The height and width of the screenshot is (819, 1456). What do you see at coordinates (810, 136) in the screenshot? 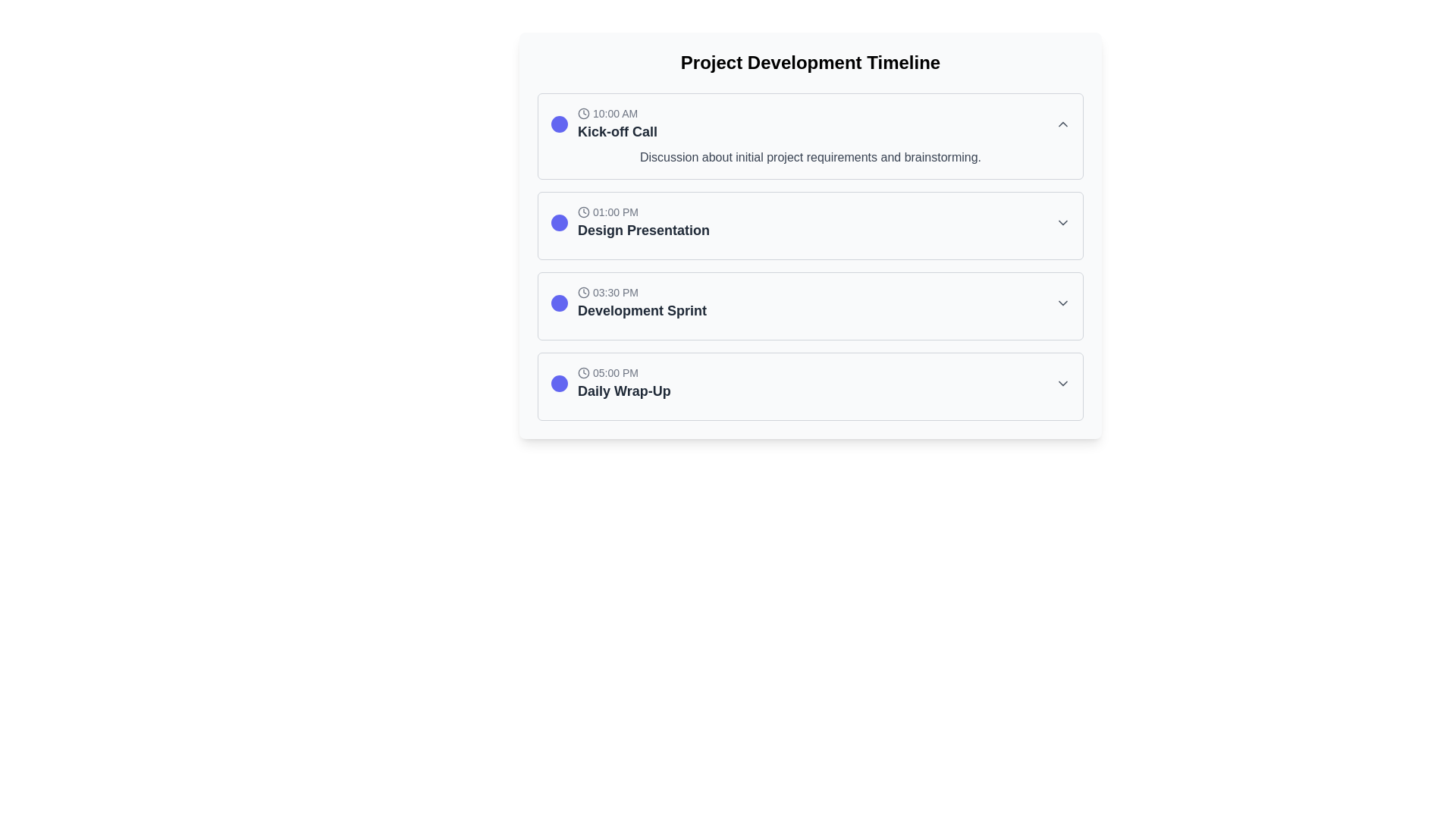
I see `the first card in the timeline interface labeled '10:00 AM Kick-off Call'` at bounding box center [810, 136].